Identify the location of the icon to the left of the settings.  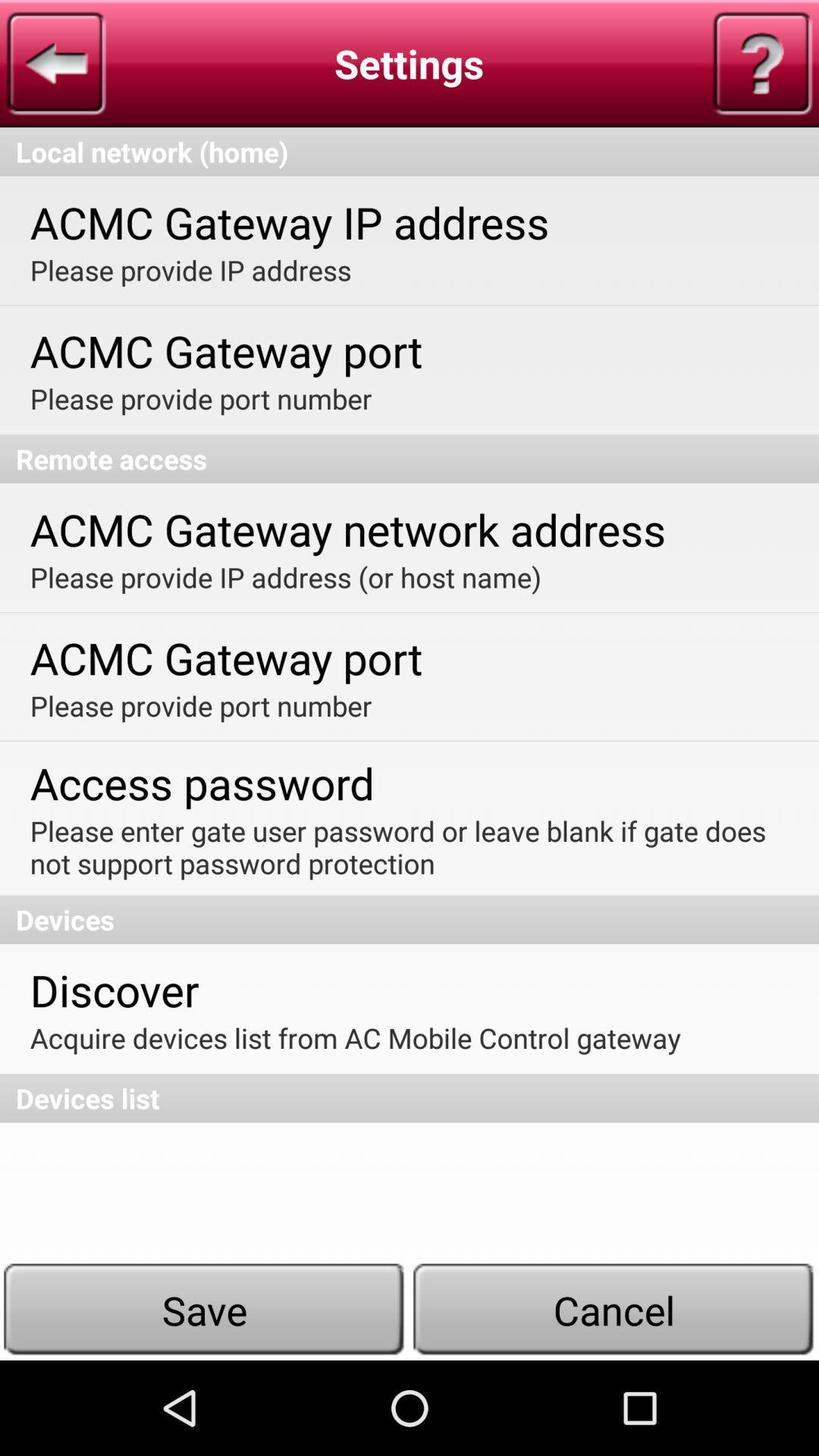
(55, 62).